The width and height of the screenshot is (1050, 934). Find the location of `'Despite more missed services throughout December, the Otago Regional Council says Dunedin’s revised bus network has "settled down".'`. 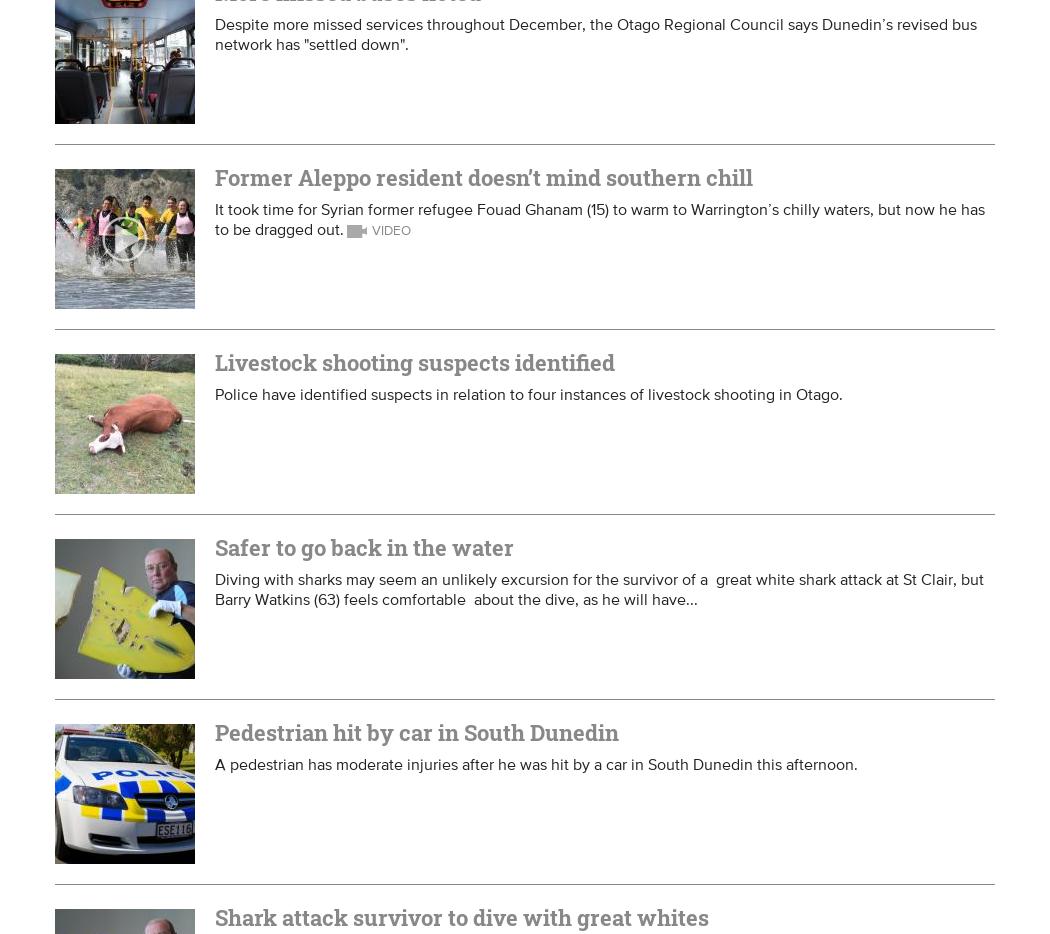

'Despite more missed services throughout December, the Otago Regional Council says Dunedin’s revised bus network has "settled down".' is located at coordinates (594, 32).